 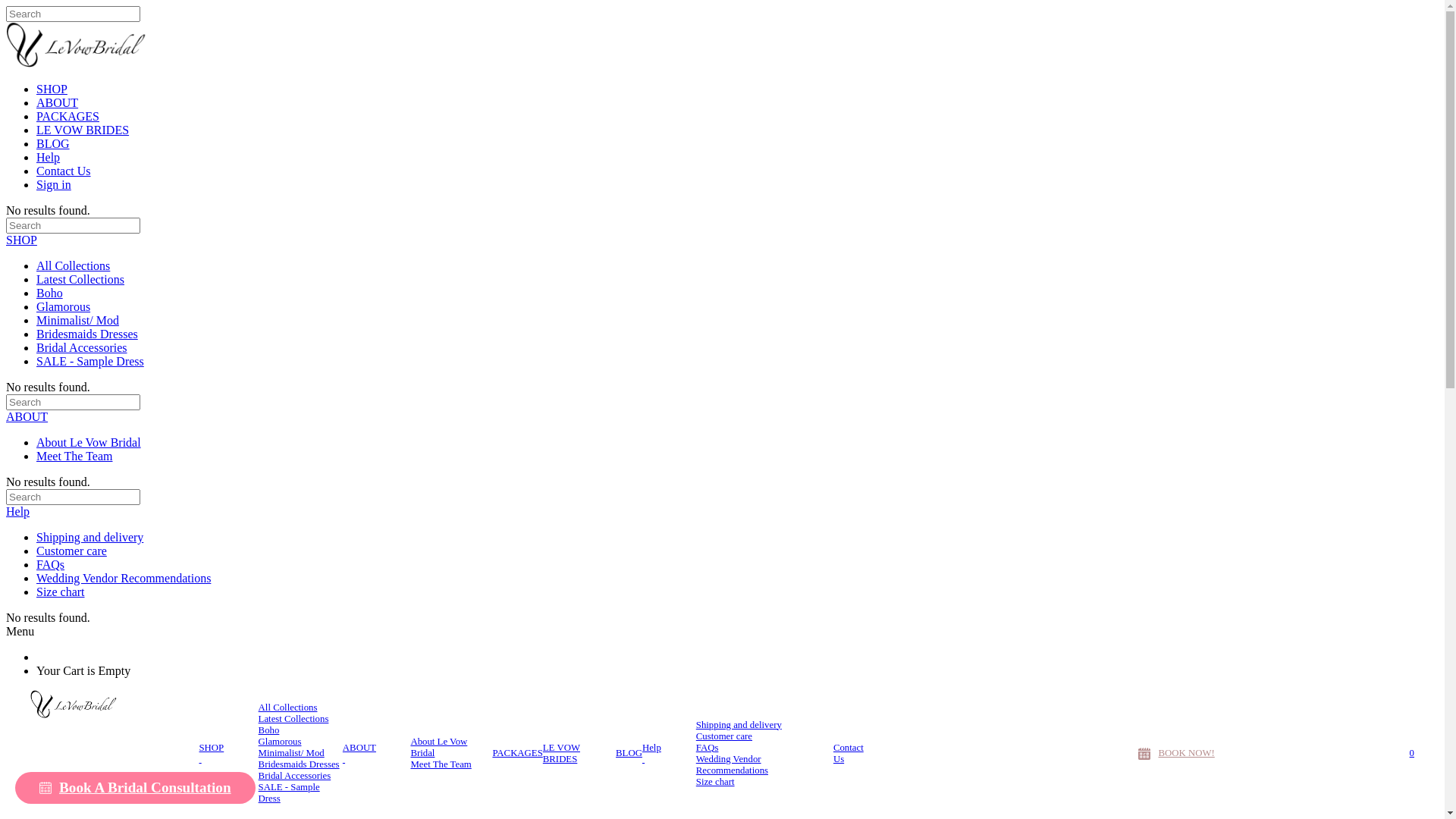 I want to click on 'Bridesmaids Dresses', so click(x=258, y=764).